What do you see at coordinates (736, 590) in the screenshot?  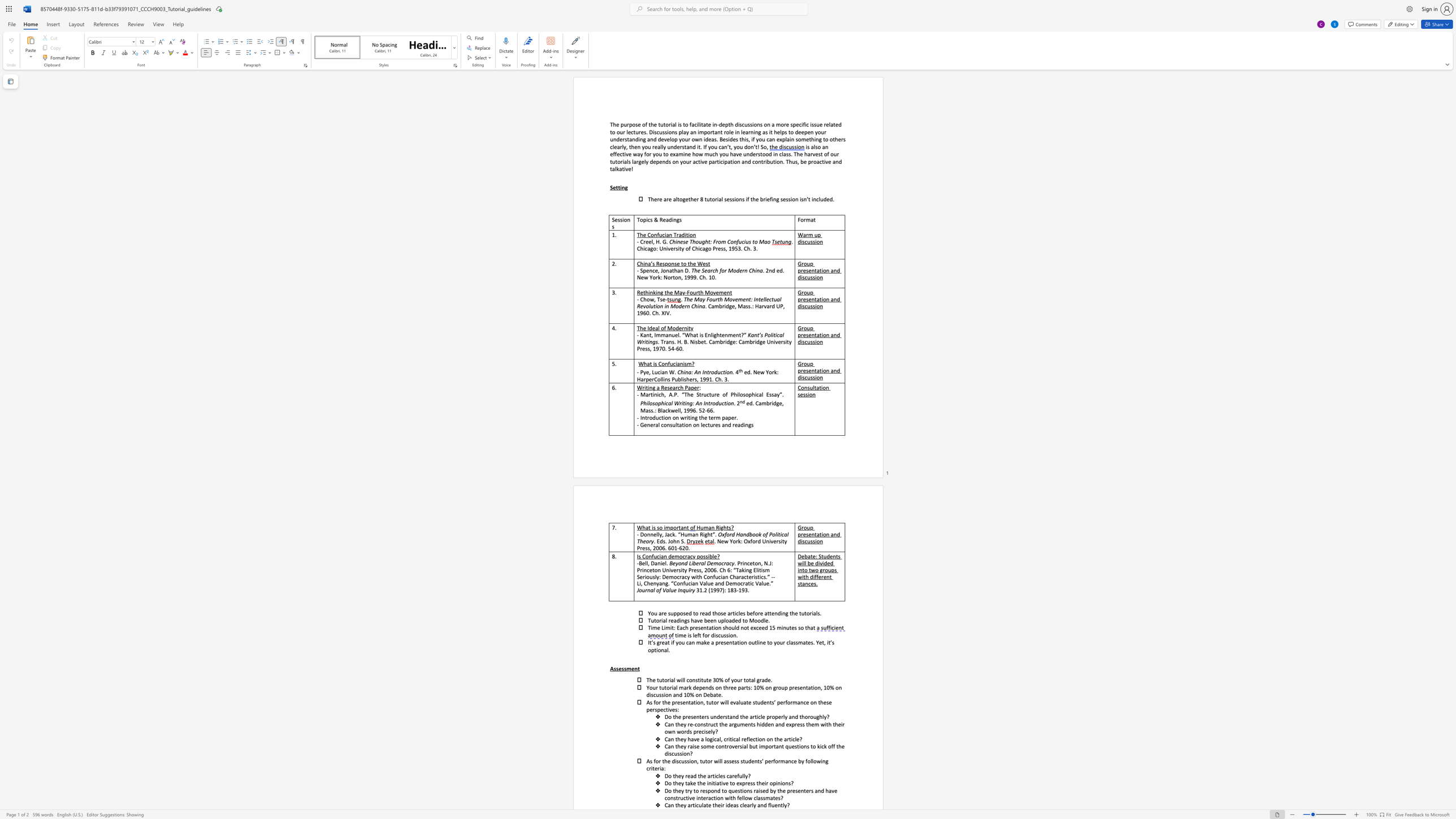 I see `the subset text "-1" within the text "31.2 (1997): 183-193."` at bounding box center [736, 590].